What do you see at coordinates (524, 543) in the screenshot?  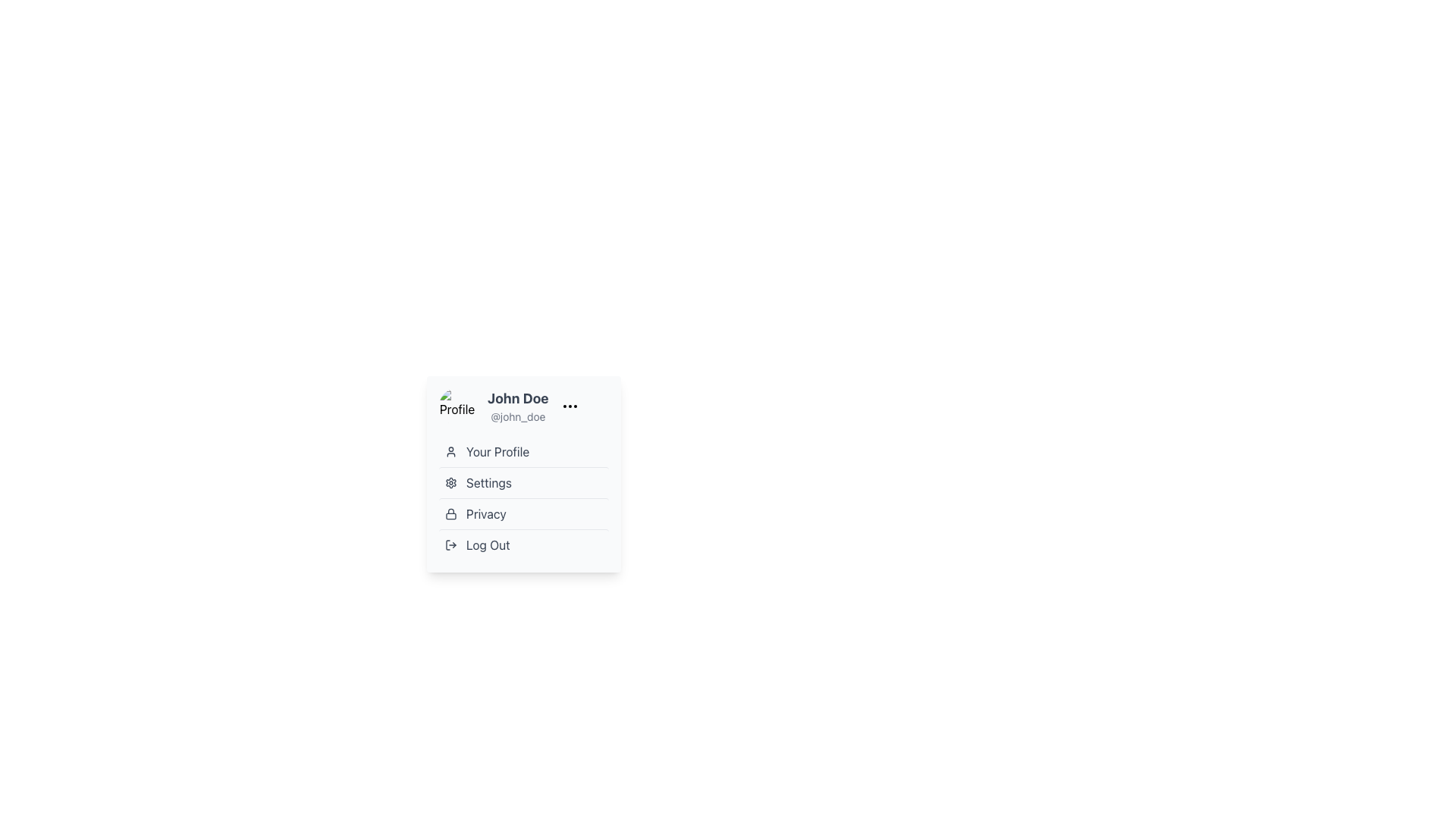 I see `the 'Log Out' button, which is the last item in the dropdown menu, to log out` at bounding box center [524, 543].